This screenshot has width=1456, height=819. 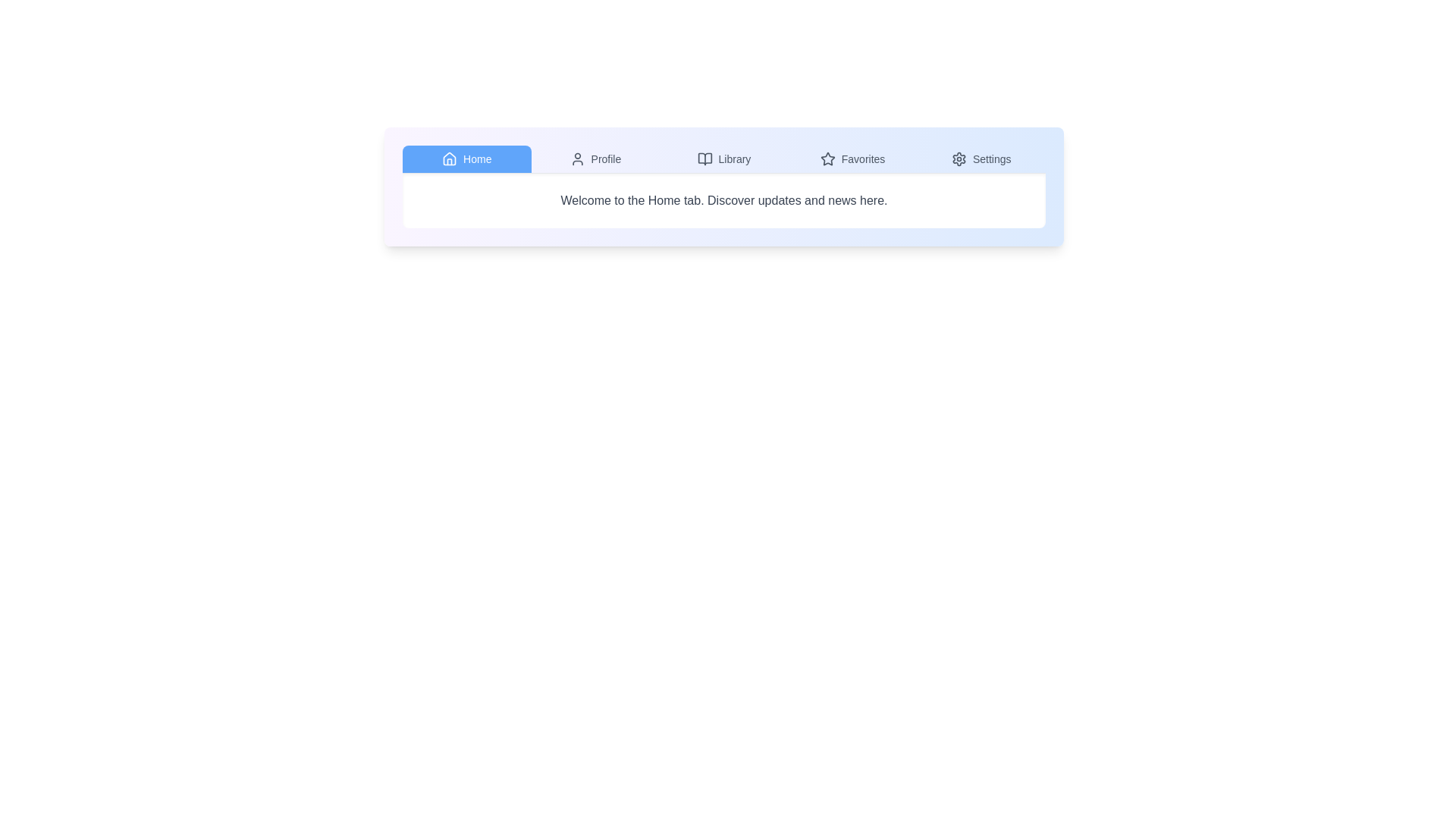 I want to click on the star-shaped icon with a minimalistic design, located to the left of the 'Favorites' text in the horizontal navigation bar, so click(x=827, y=158).